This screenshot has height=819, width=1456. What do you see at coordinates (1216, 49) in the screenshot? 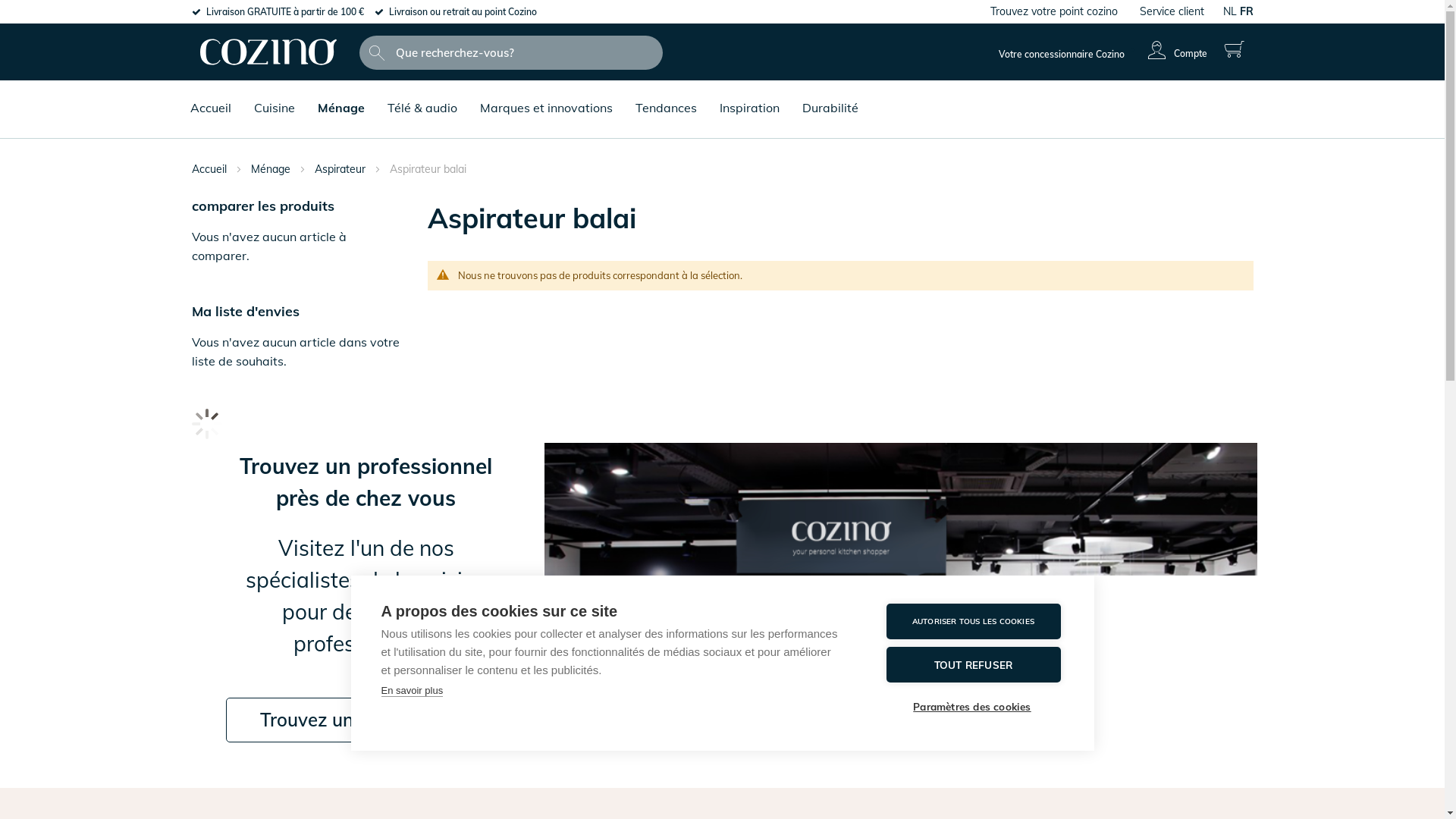
I see `'Mon panier'` at bounding box center [1216, 49].